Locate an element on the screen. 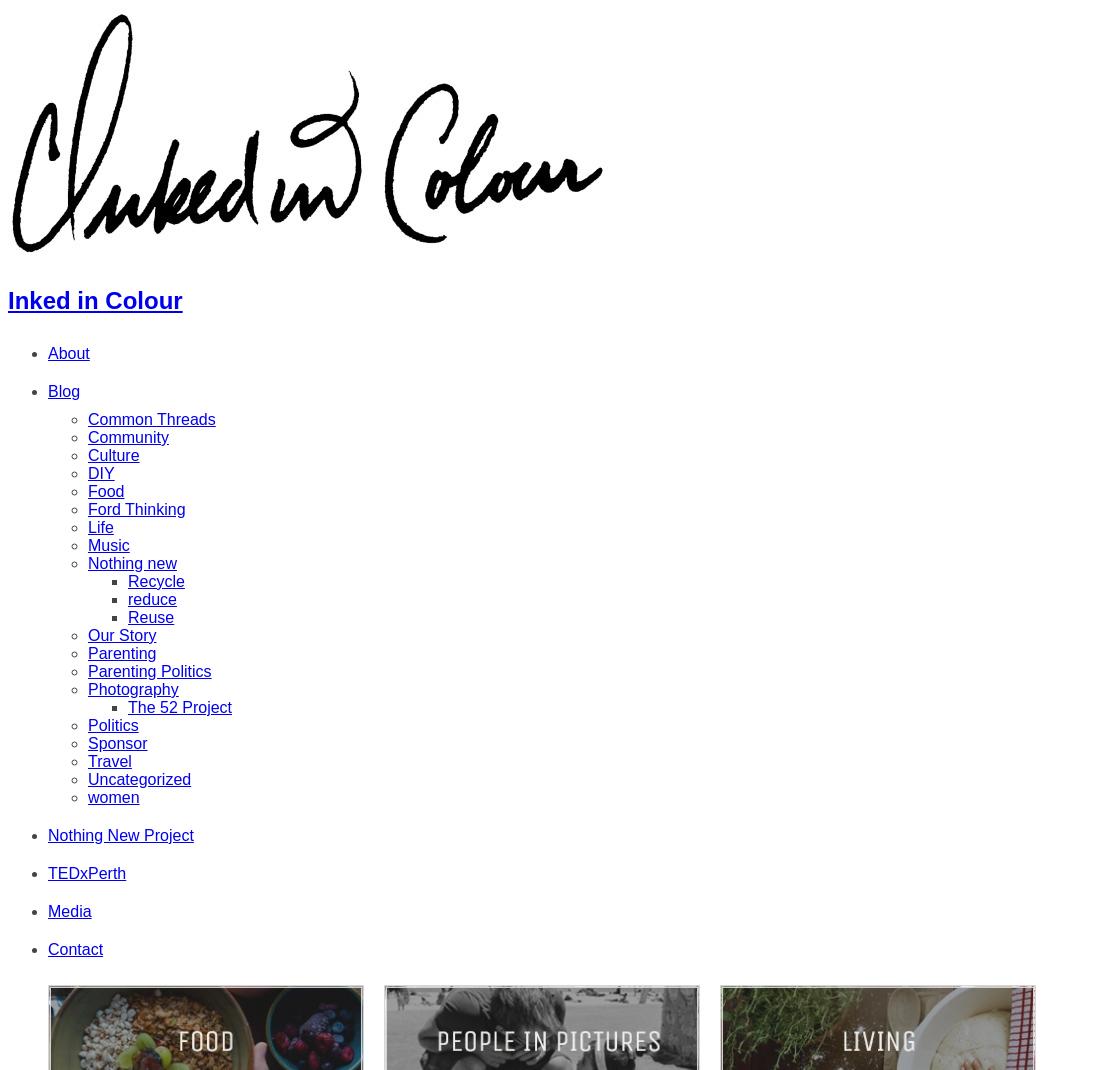  'Parenting Politics' is located at coordinates (148, 670).